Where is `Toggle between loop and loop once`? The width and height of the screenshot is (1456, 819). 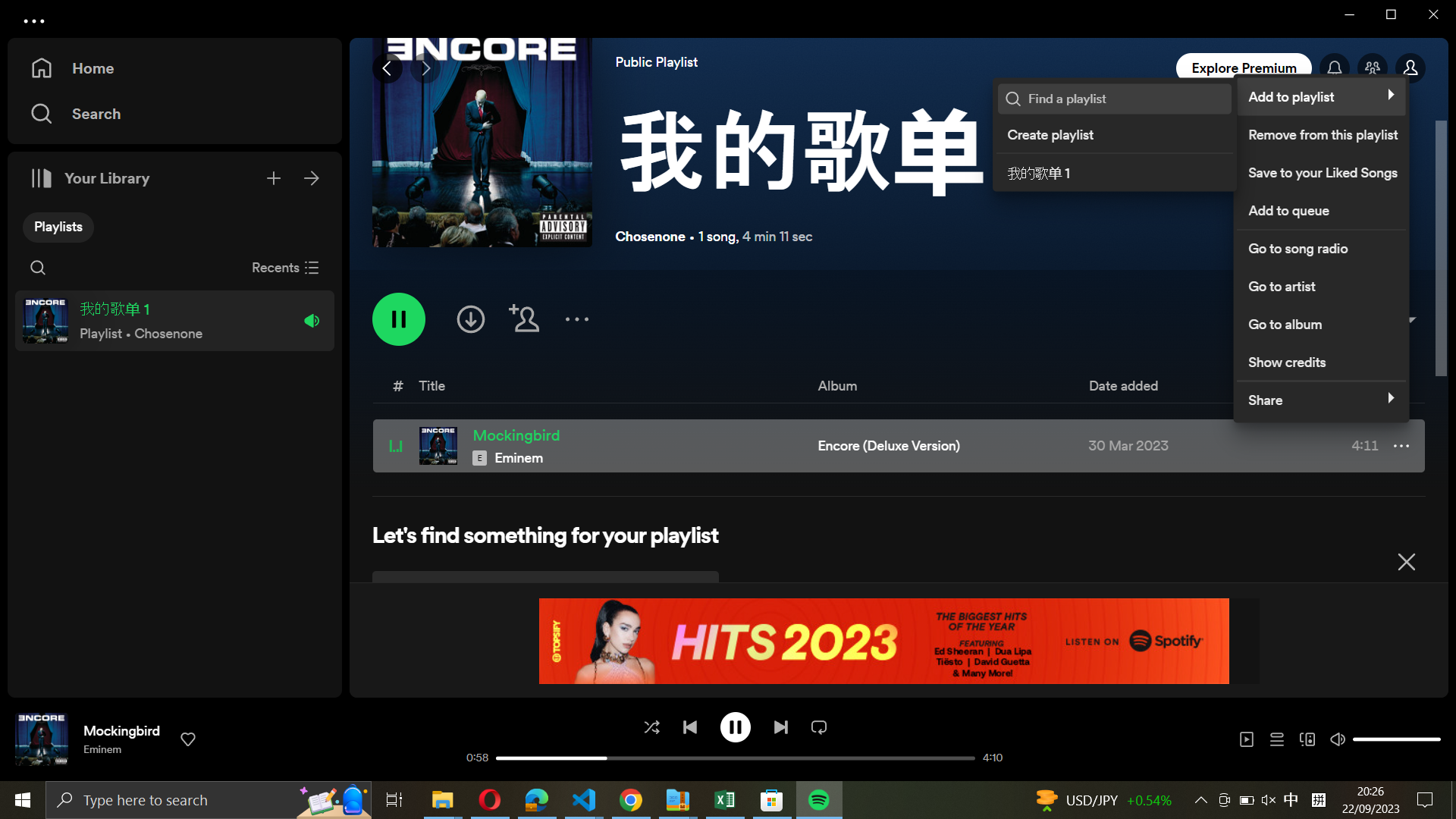 Toggle between loop and loop once is located at coordinates (818, 725).